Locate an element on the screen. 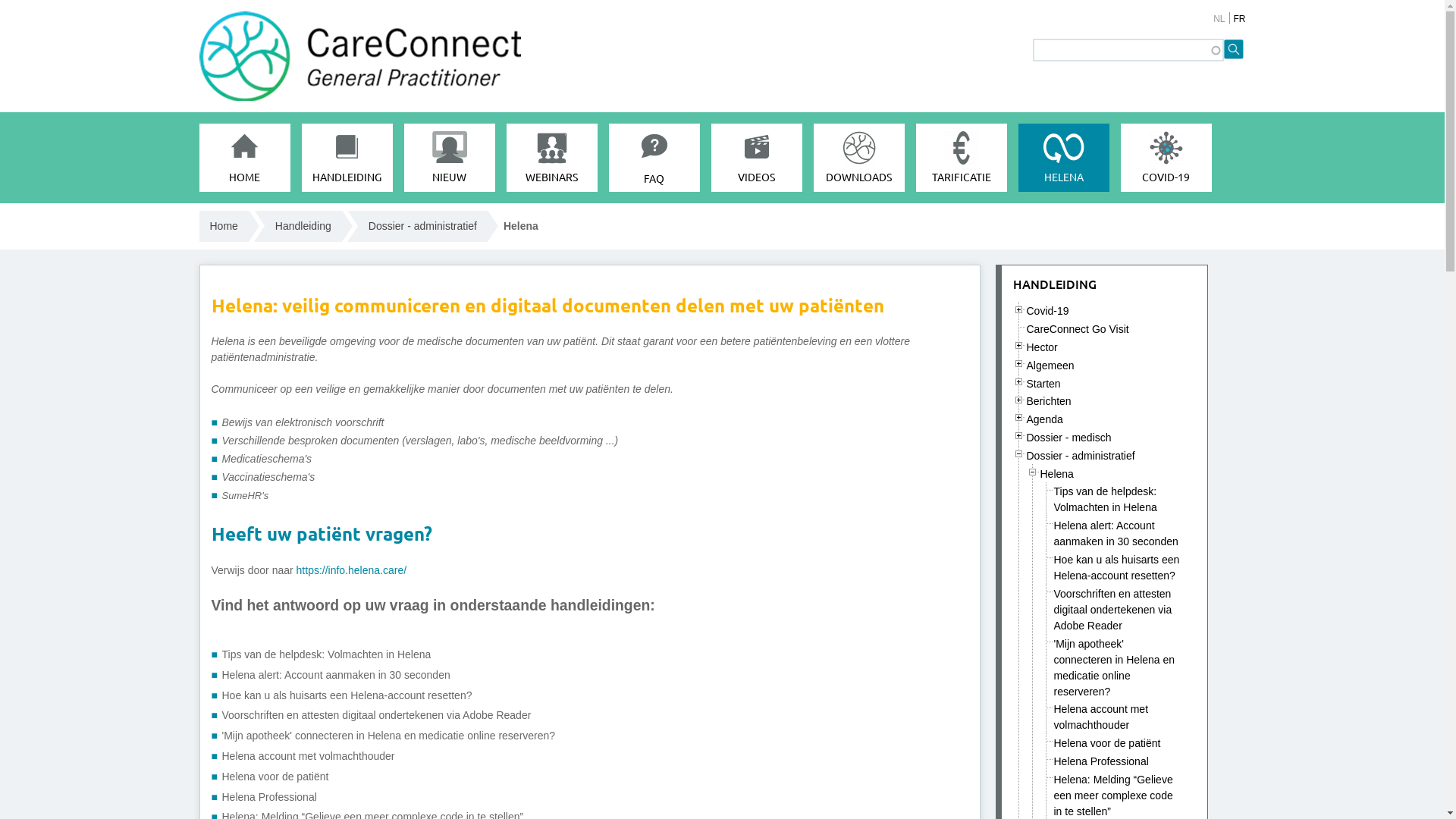 The image size is (1456, 819). 'CareConnect' is located at coordinates (198, 253).